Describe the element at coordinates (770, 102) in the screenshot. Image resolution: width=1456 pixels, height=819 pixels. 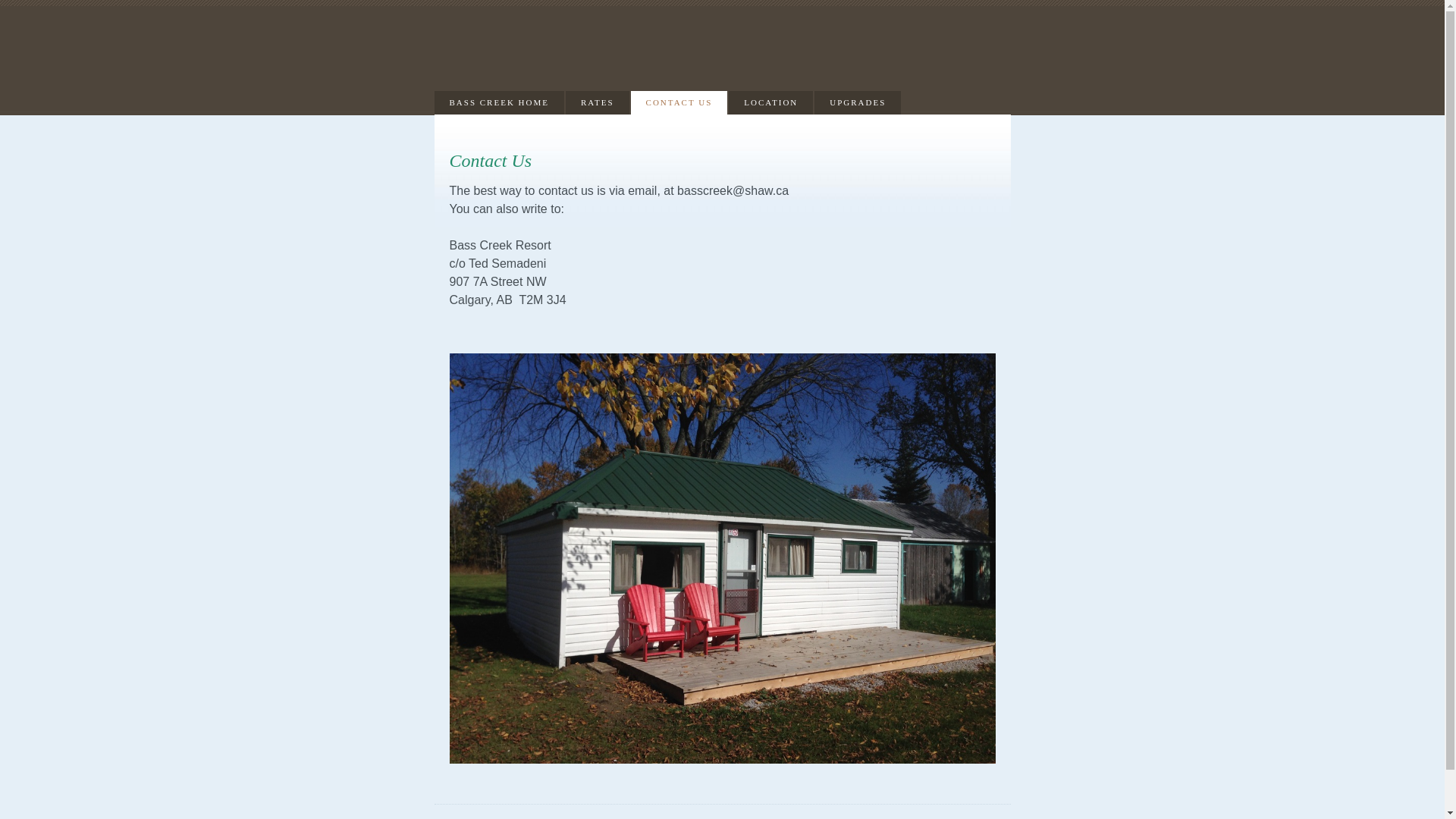
I see `'LOCATION'` at that location.